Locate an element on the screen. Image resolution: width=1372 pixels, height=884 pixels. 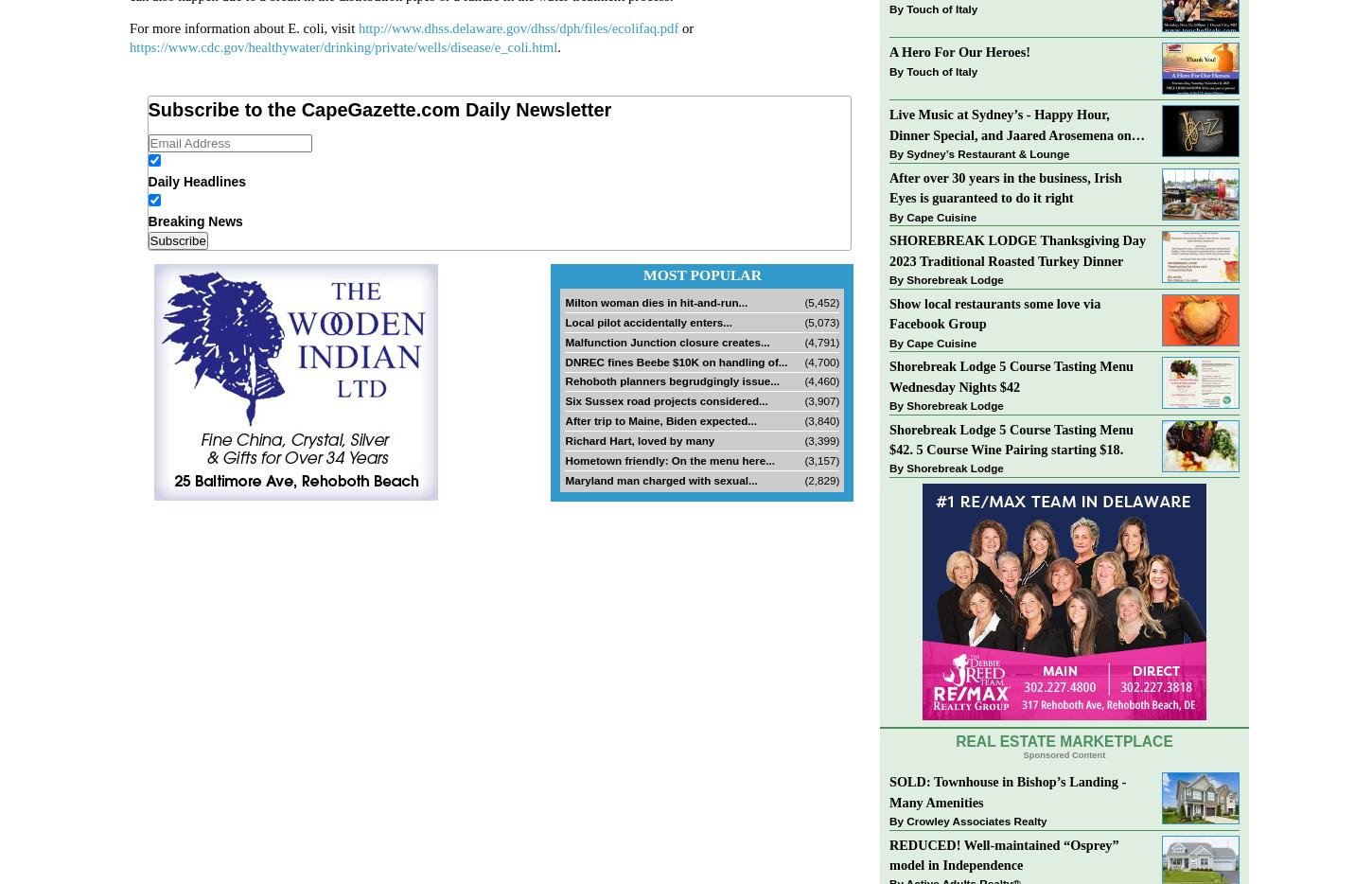
'(4,460)' is located at coordinates (820, 380).